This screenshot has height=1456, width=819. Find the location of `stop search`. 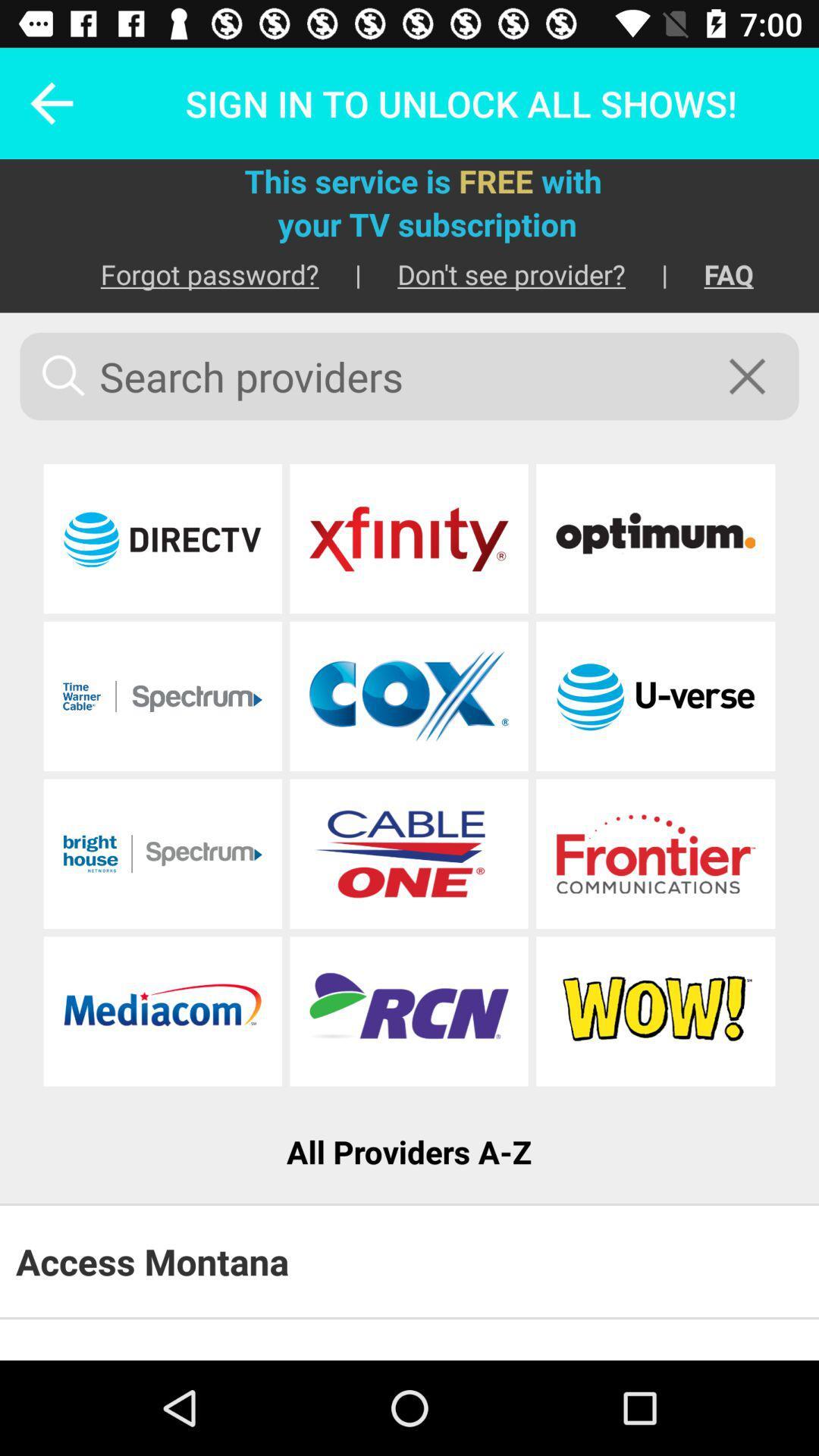

stop search is located at coordinates (757, 376).